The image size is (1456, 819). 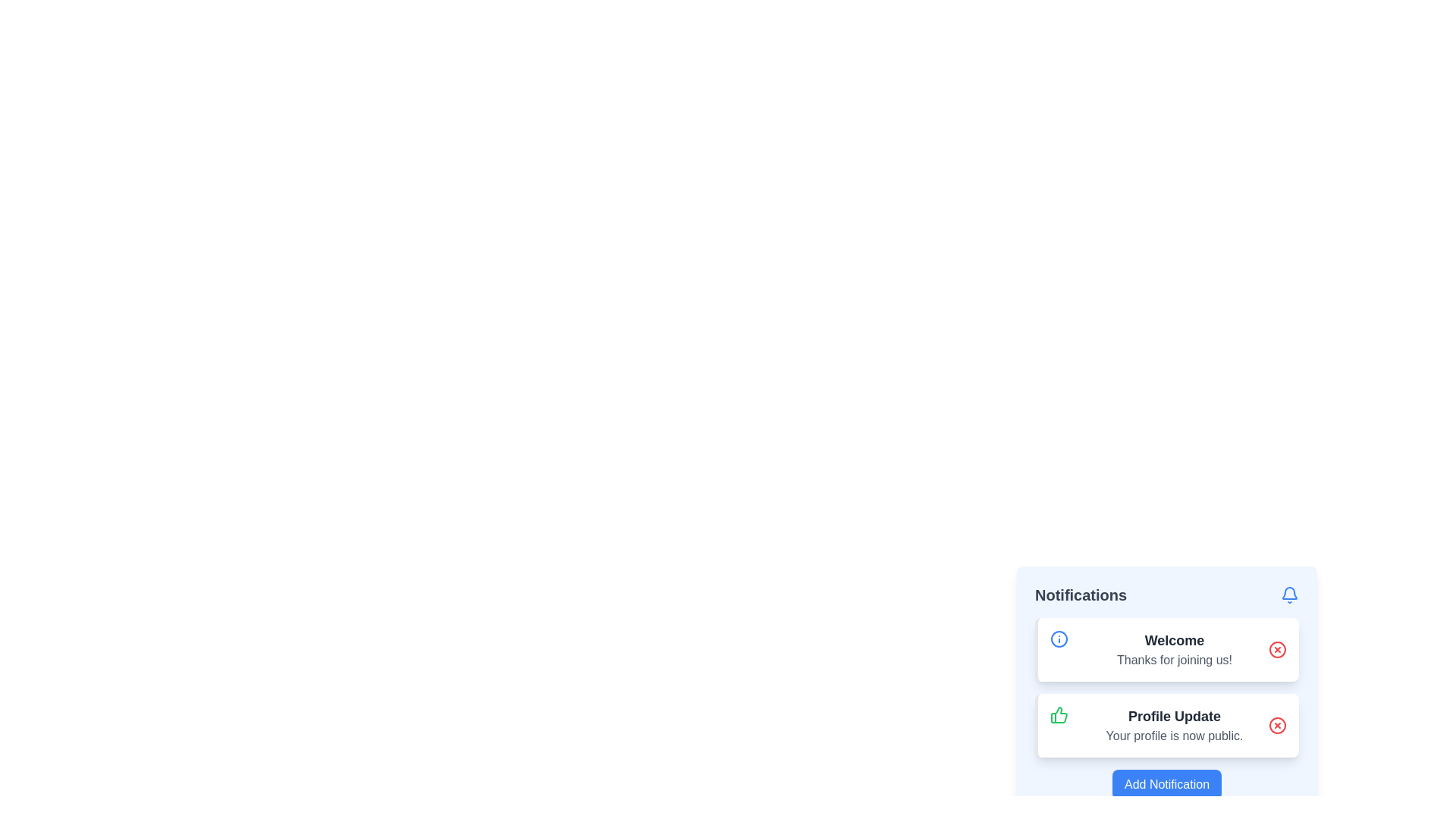 I want to click on the 'Profile Update' text label, which is bold and larger in size, located in the second notification block of the 'Notifications' panel, positioned above the subtext 'Your profile is now public.', so click(x=1174, y=717).